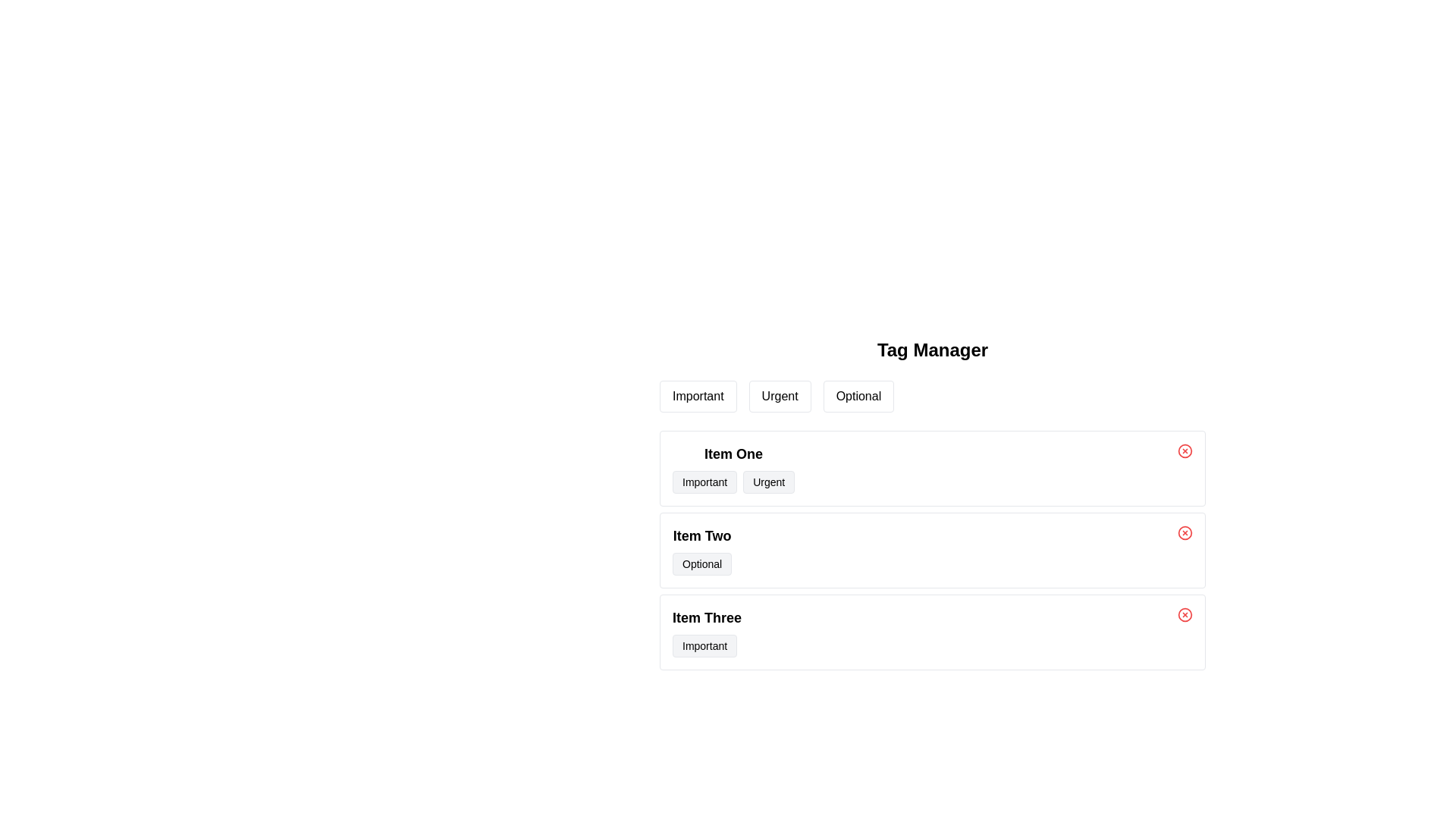 The height and width of the screenshot is (819, 1456). Describe the element at coordinates (1185, 614) in the screenshot. I see `the close or delete button located in the bottom-right corner of the 'Item Three' card` at that location.